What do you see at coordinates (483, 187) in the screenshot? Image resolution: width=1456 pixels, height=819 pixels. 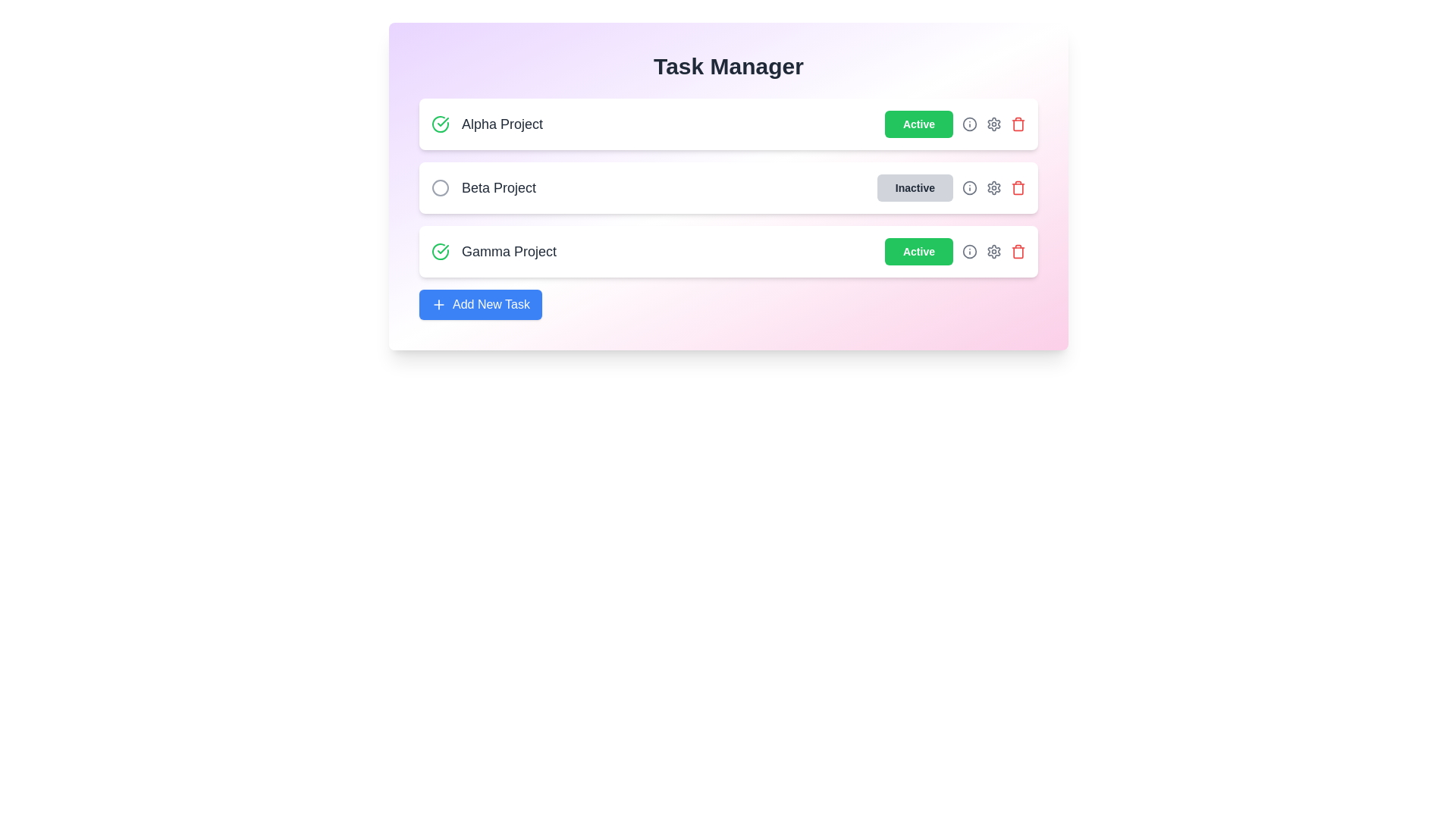 I see `the project name Beta Project to interact with it` at bounding box center [483, 187].